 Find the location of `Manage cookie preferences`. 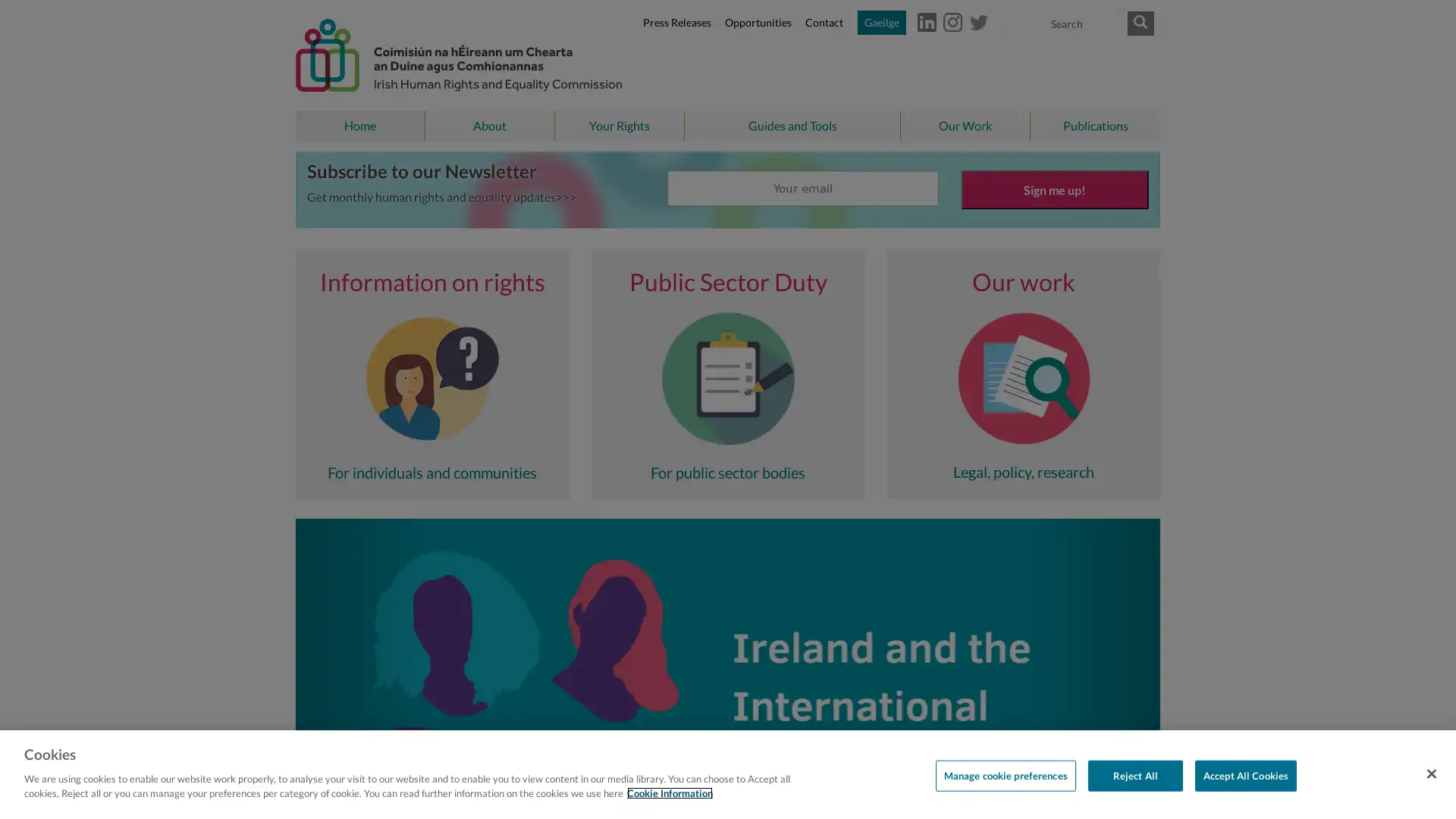

Manage cookie preferences is located at coordinates (1005, 775).